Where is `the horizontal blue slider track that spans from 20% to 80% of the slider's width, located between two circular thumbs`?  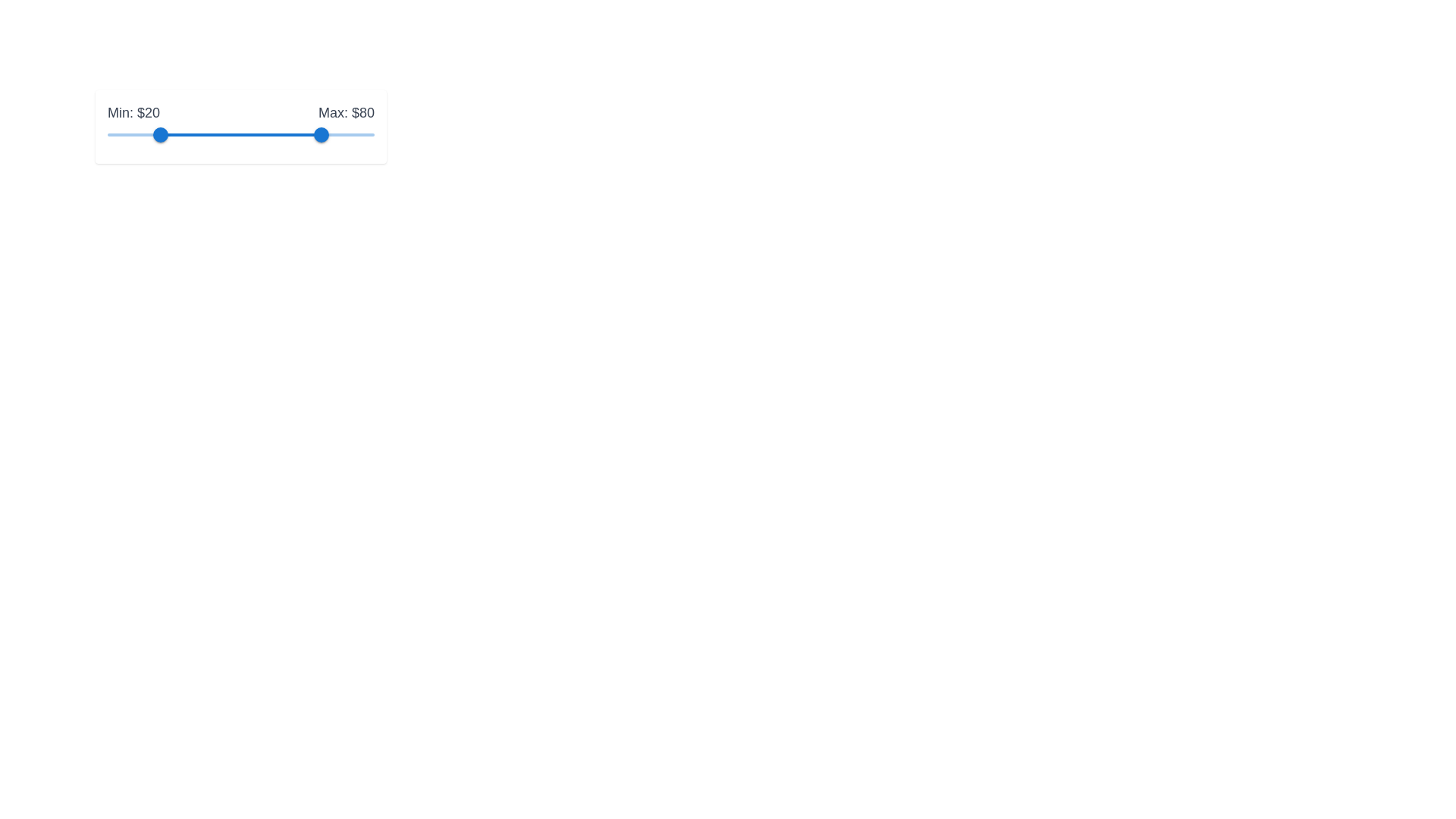
the horizontal blue slider track that spans from 20% to 80% of the slider's width, located between two circular thumbs is located at coordinates (240, 133).